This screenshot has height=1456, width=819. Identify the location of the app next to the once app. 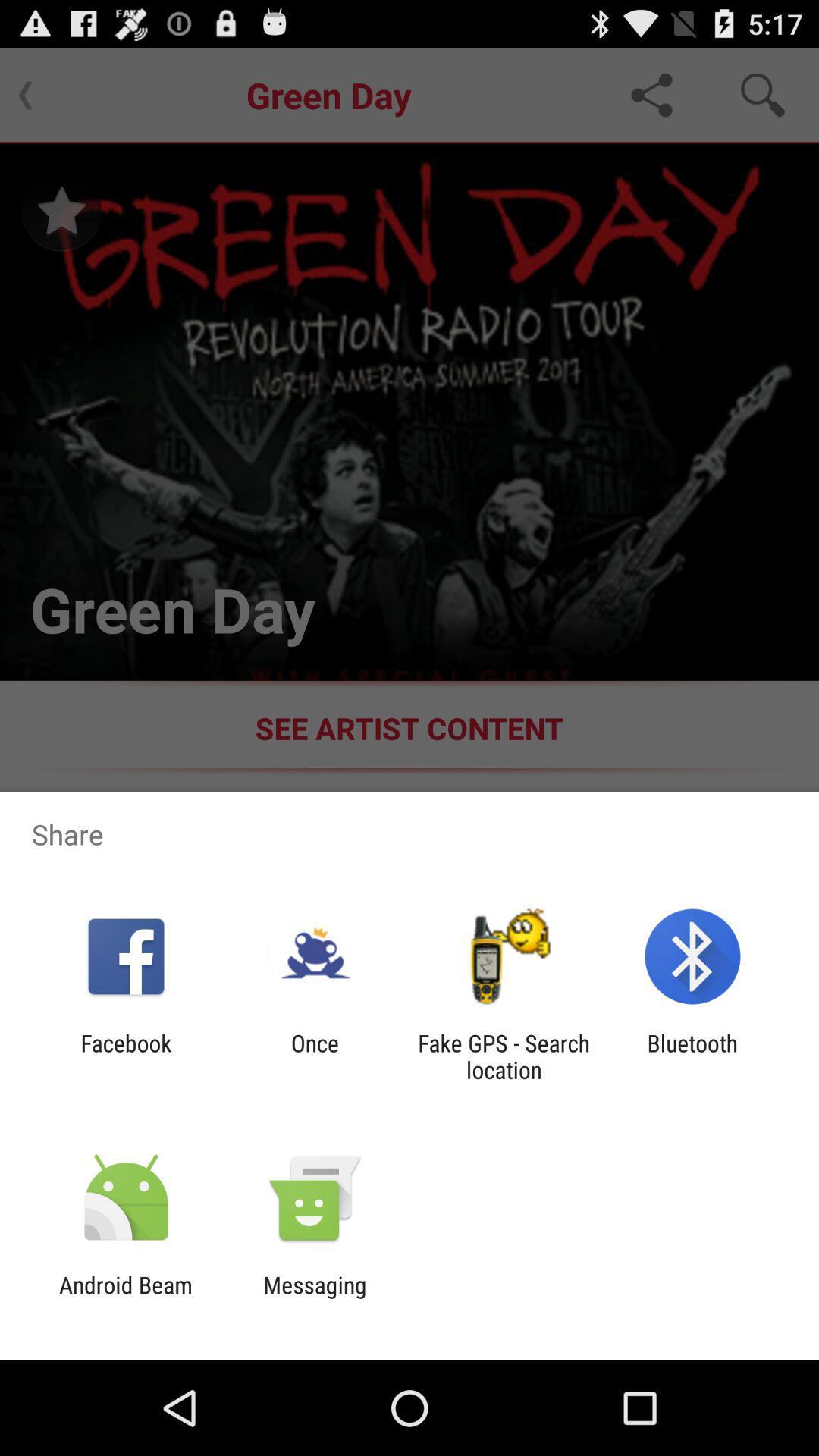
(504, 1056).